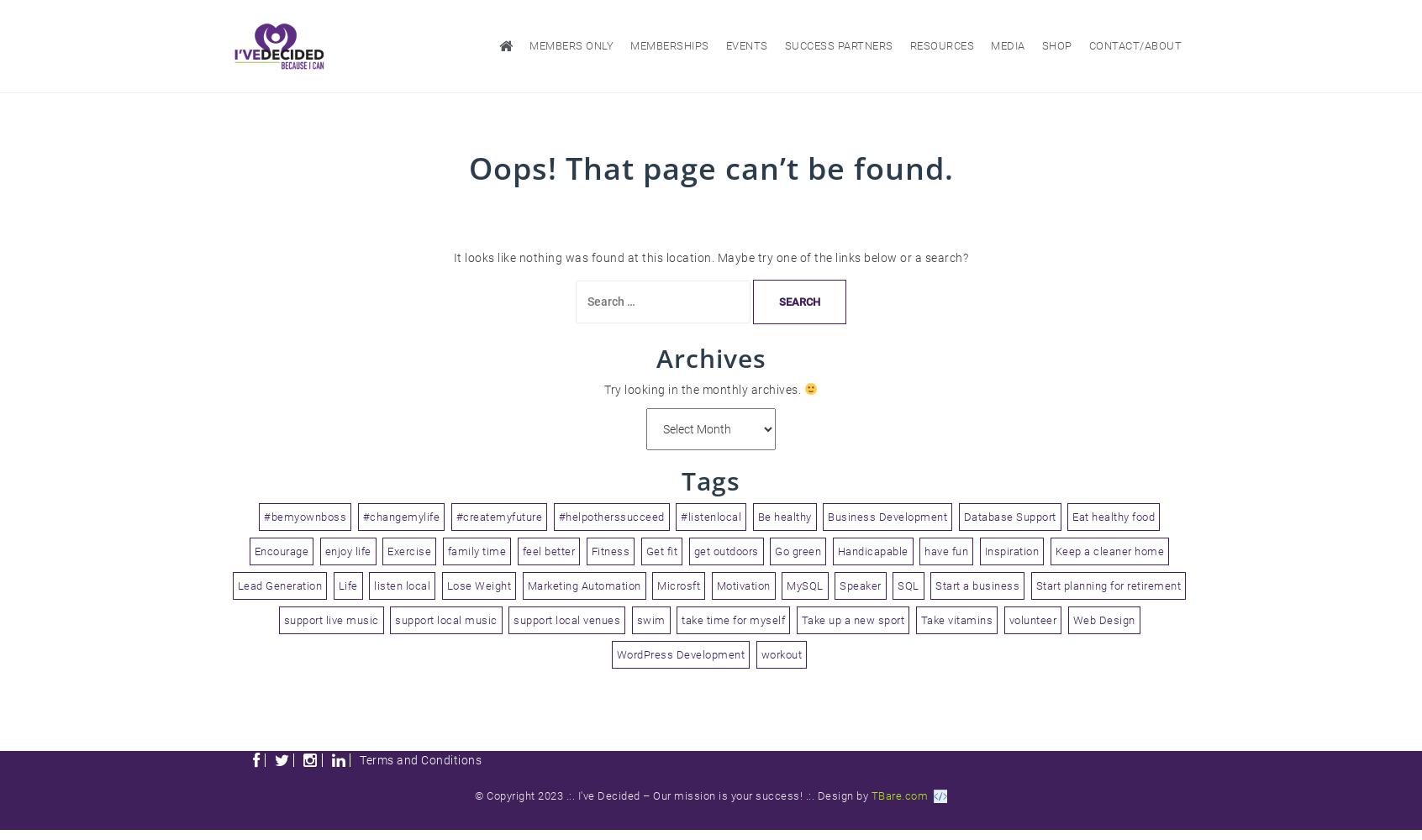 The image size is (1422, 840). What do you see at coordinates (920, 618) in the screenshot?
I see `'Take vitamins'` at bounding box center [920, 618].